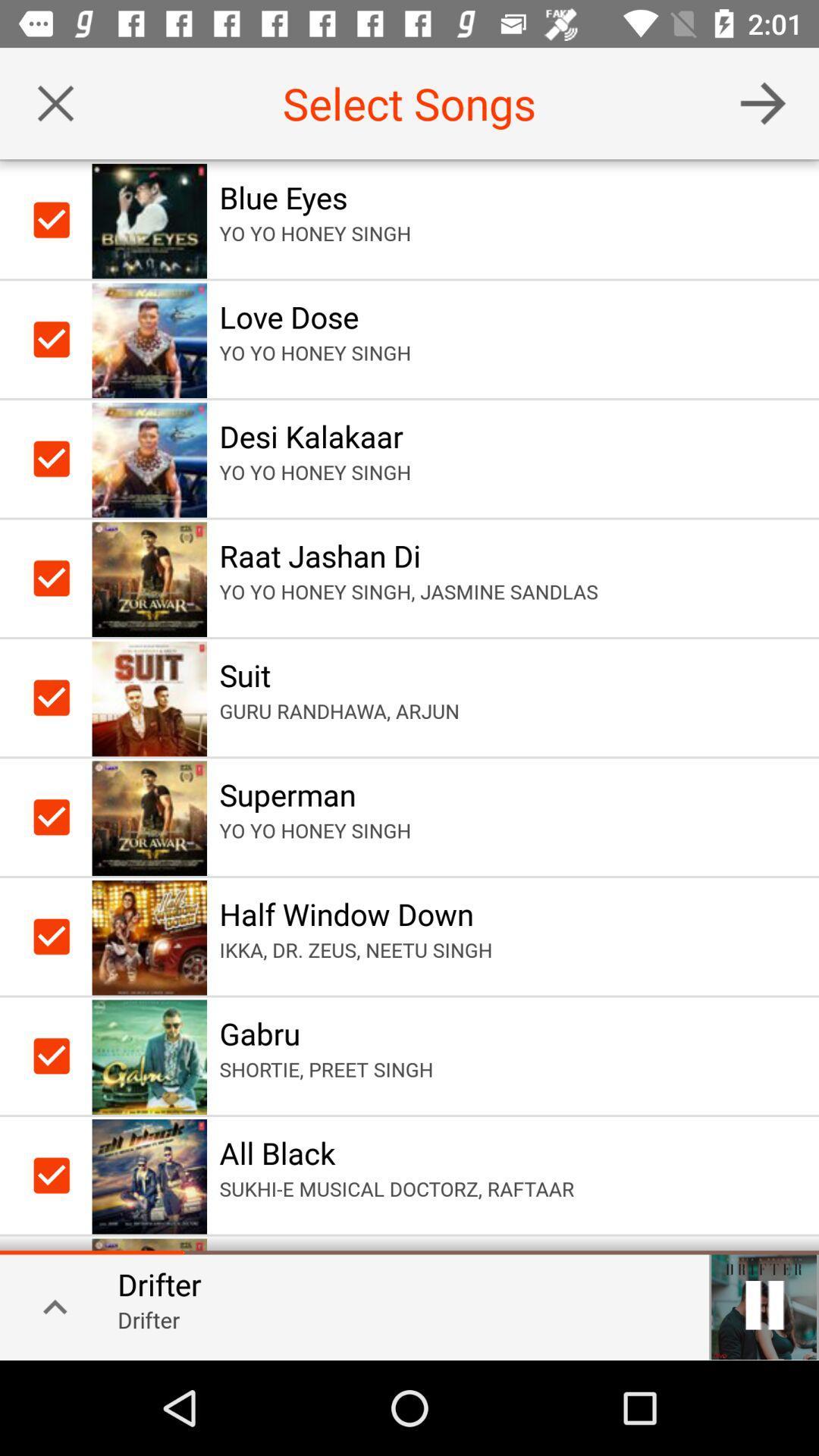 The image size is (819, 1456). What do you see at coordinates (49, 1305) in the screenshot?
I see `the item next to drifter` at bounding box center [49, 1305].